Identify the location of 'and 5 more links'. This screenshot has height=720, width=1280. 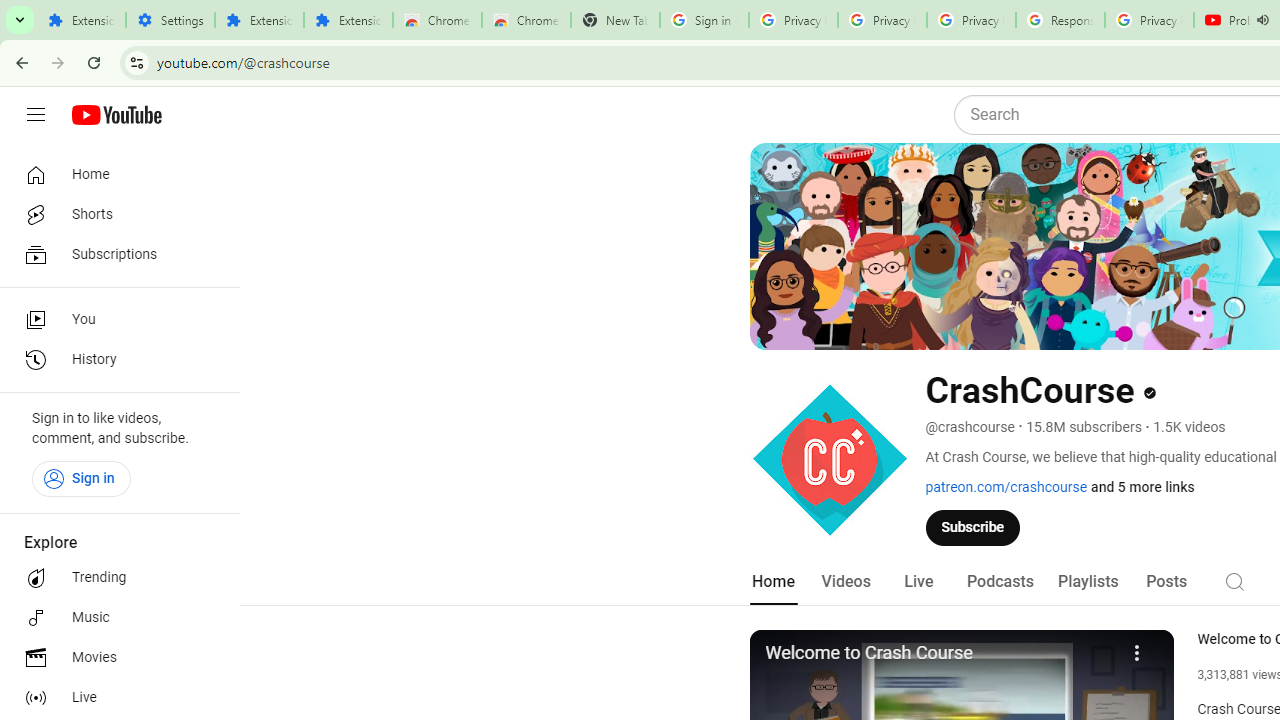
(1143, 487).